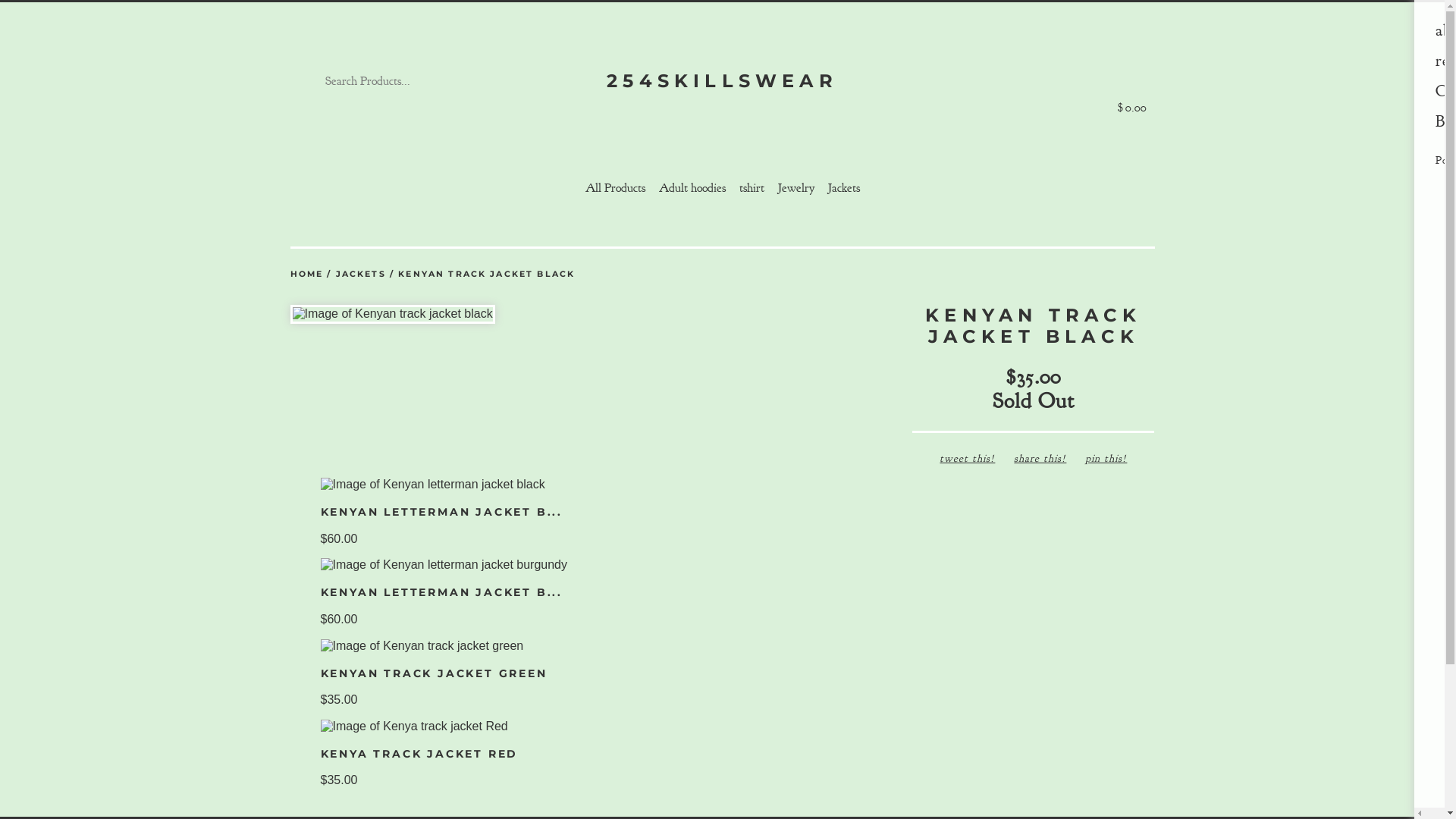  I want to click on 'KENYAN TRACK JACKET BLACK', so click(486, 274).